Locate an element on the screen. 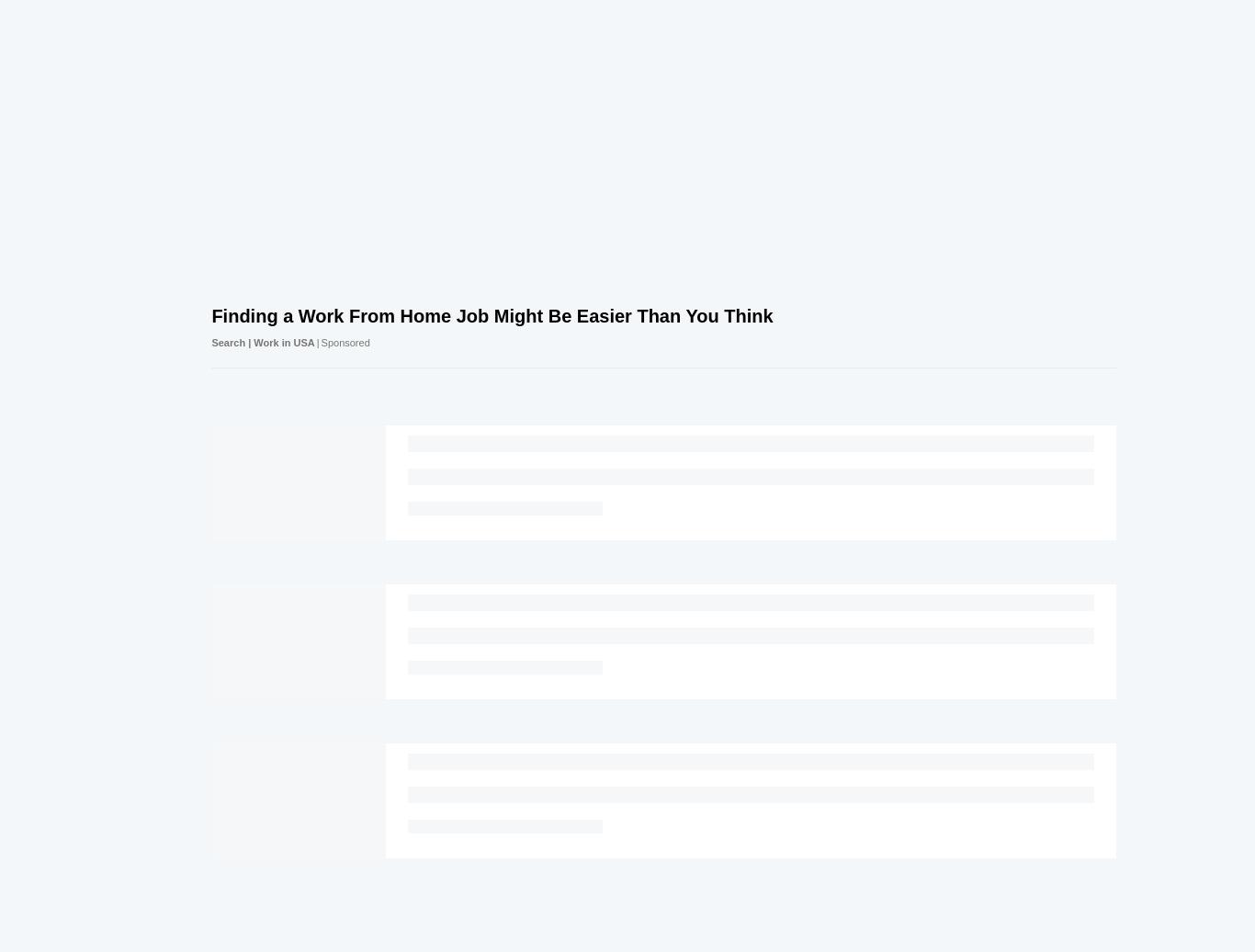  '© Future Publishing Limited Quay House, The Ambury, Bath BA1 1UA.' is located at coordinates (468, 716).